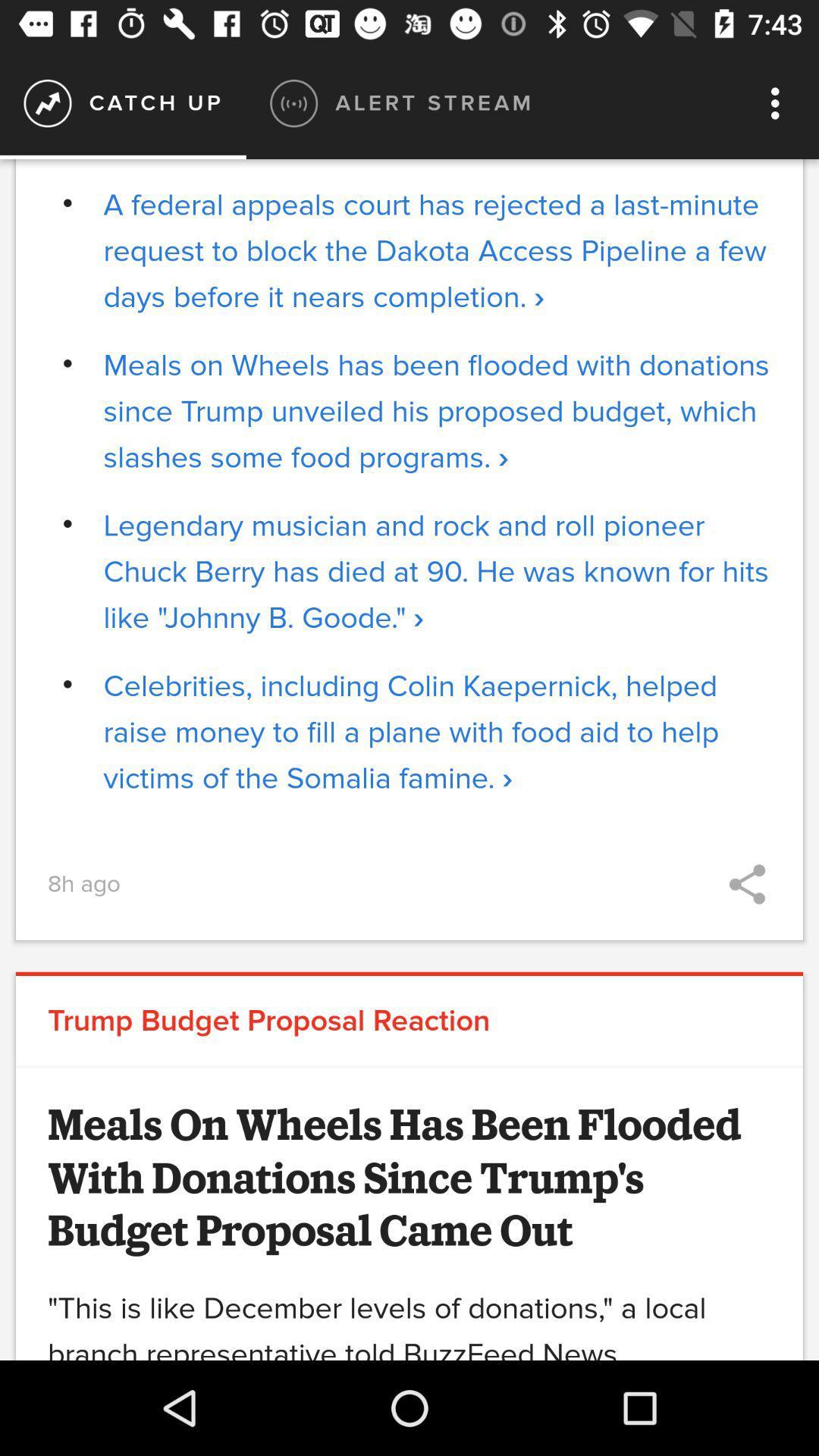  What do you see at coordinates (746, 884) in the screenshot?
I see `share the article` at bounding box center [746, 884].